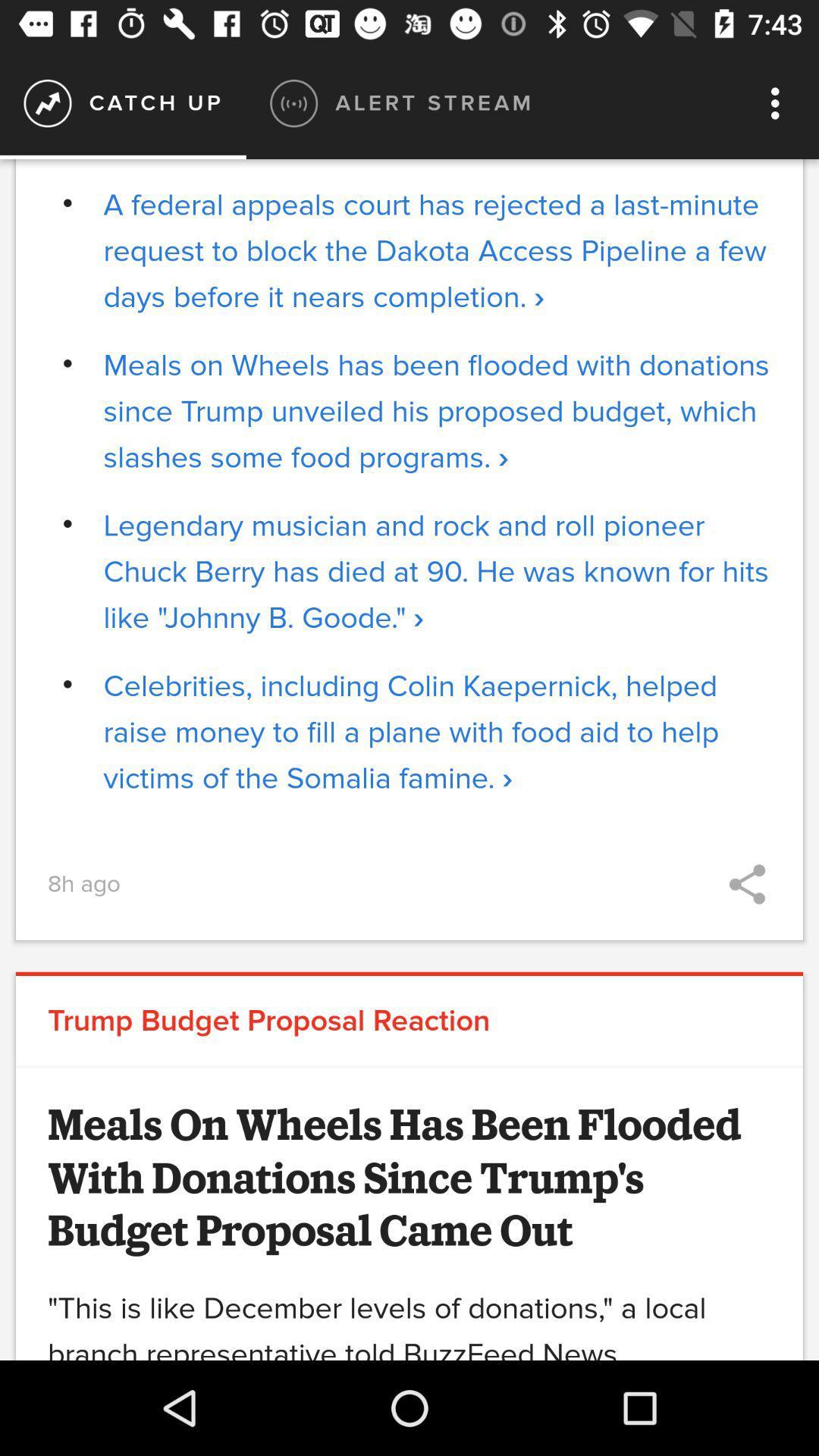  What do you see at coordinates (746, 884) in the screenshot?
I see `share the article` at bounding box center [746, 884].